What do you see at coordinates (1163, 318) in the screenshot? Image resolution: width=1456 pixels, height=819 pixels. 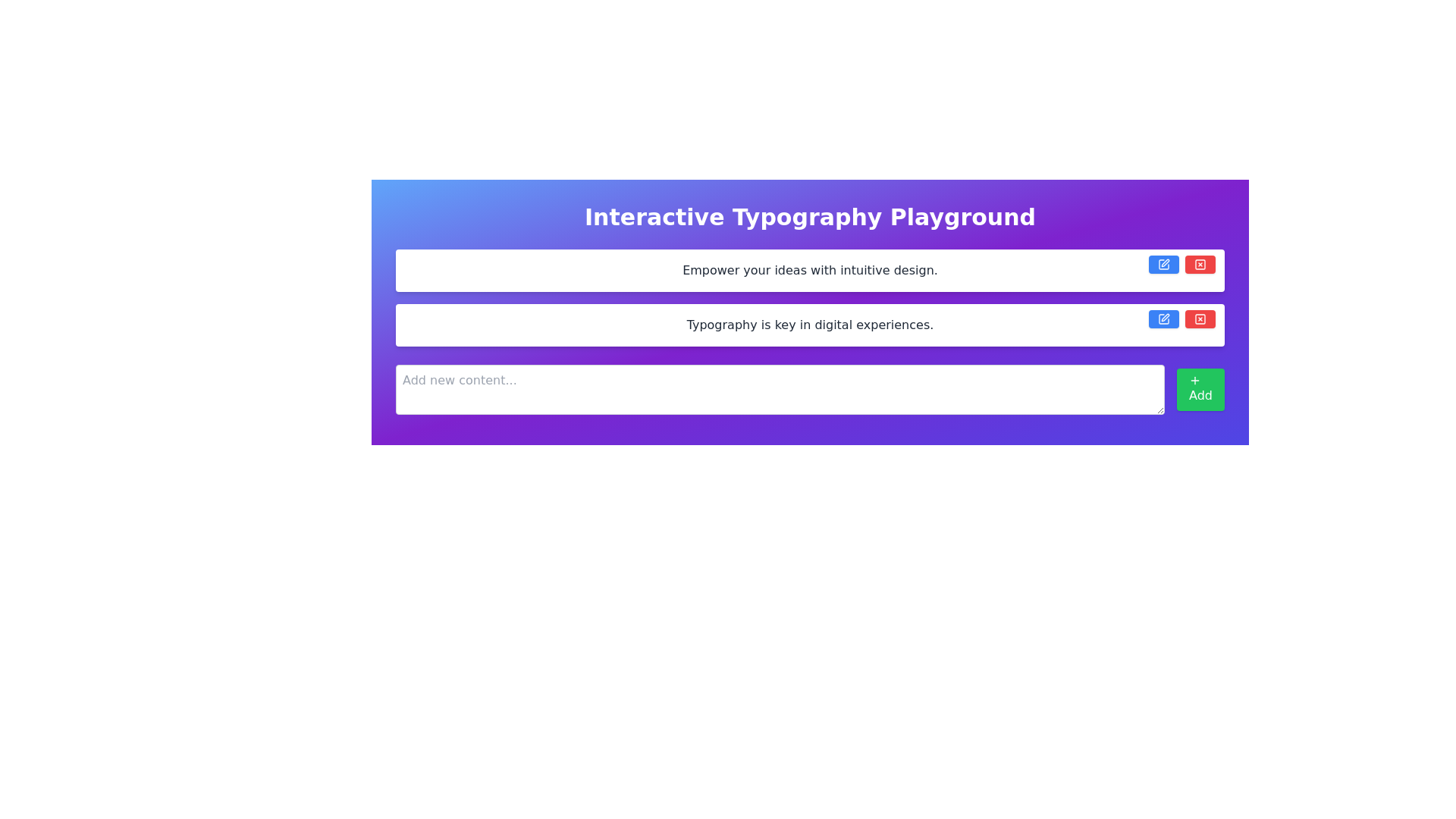 I see `the interactive edit button located in the top-right corner of the text input field labeled 'Typography is key in digital experiences.'` at bounding box center [1163, 318].